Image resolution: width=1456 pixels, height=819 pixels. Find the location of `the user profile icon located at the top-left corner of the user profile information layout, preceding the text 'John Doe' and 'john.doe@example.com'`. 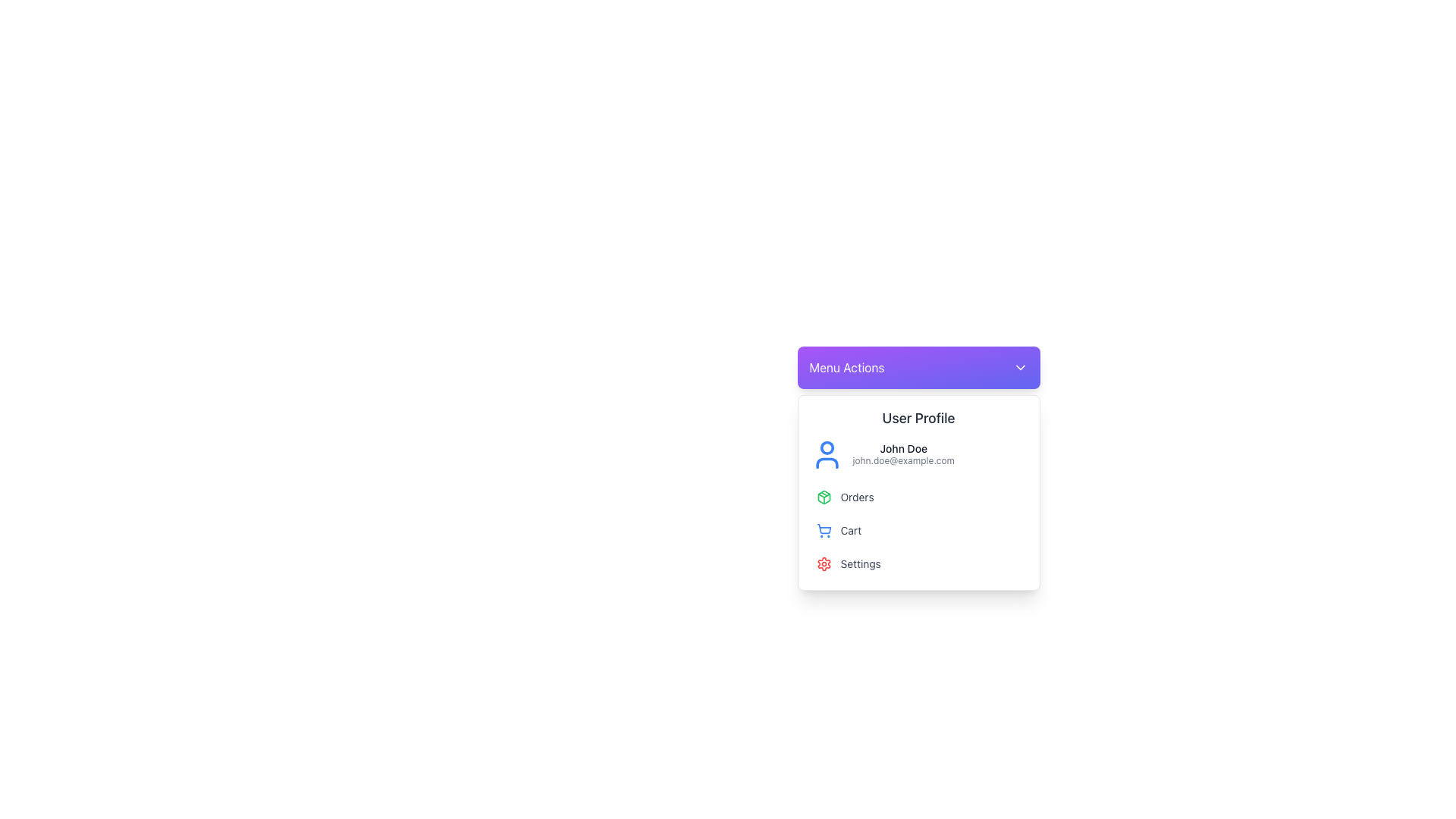

the user profile icon located at the top-left corner of the user profile information layout, preceding the text 'John Doe' and 'john.doe@example.com' is located at coordinates (826, 454).